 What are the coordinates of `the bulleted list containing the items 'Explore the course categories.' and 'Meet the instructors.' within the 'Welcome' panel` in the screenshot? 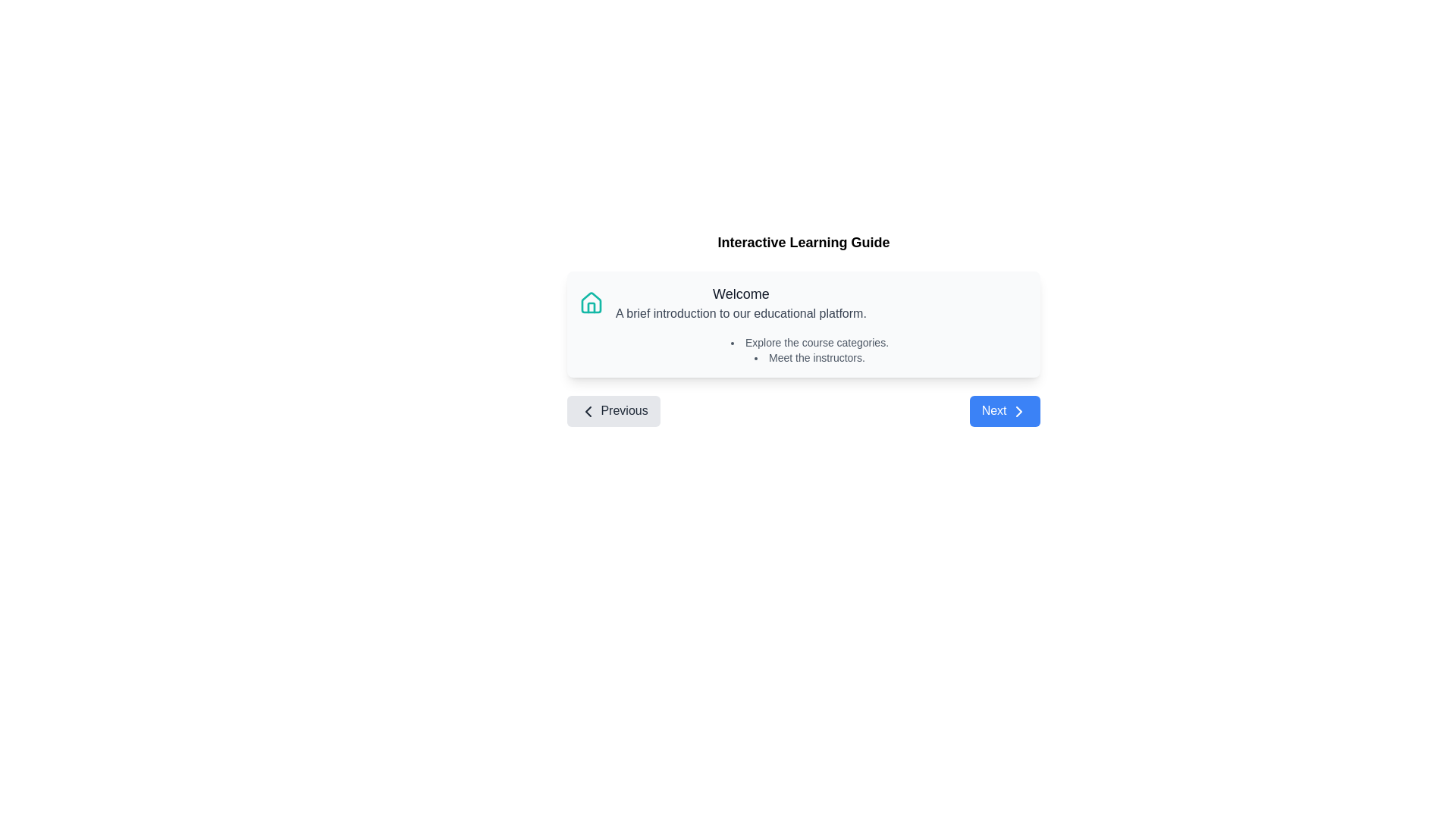 It's located at (803, 350).